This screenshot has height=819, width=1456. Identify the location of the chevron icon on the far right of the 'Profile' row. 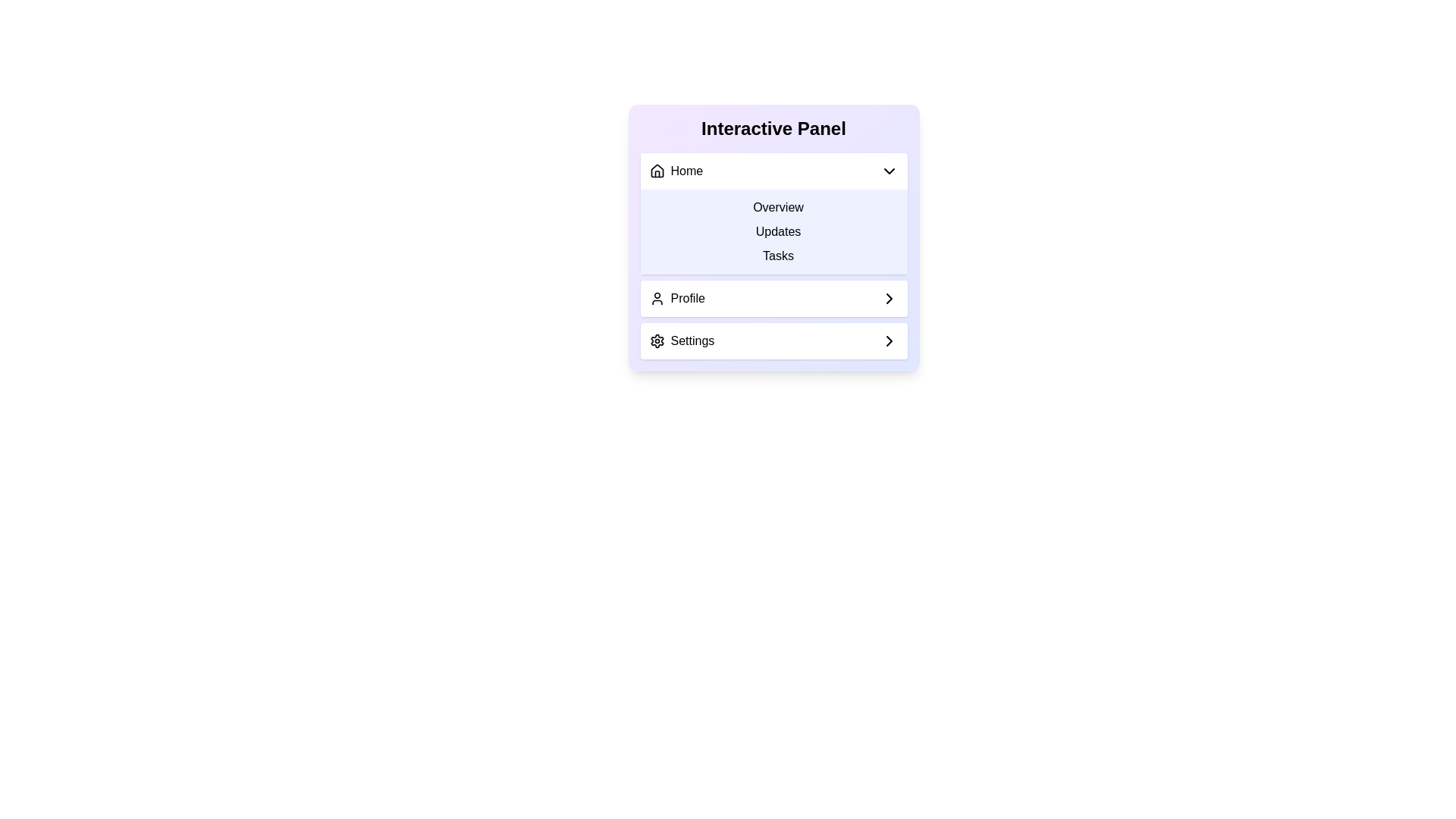
(889, 298).